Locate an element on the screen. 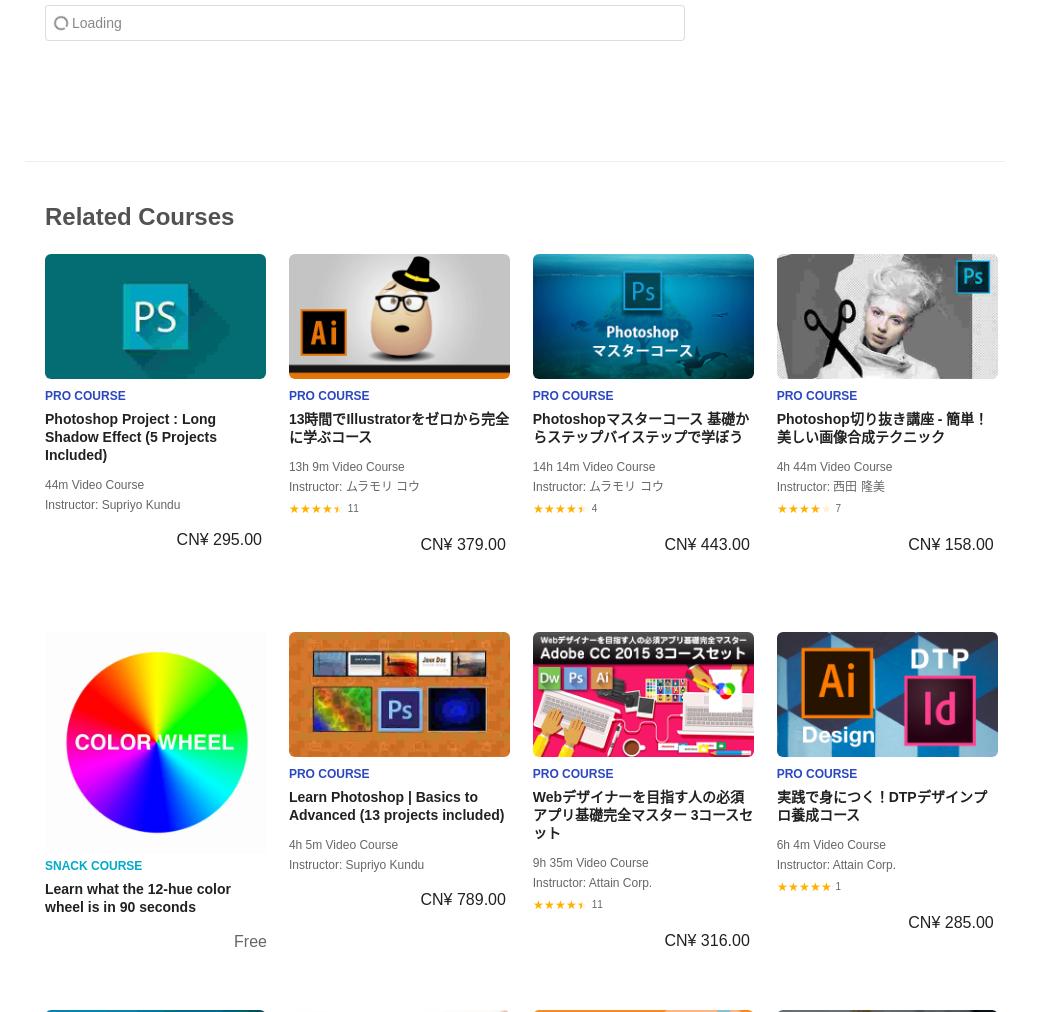 The width and height of the screenshot is (1050, 1012). 'CN¥ 285.00' is located at coordinates (949, 921).